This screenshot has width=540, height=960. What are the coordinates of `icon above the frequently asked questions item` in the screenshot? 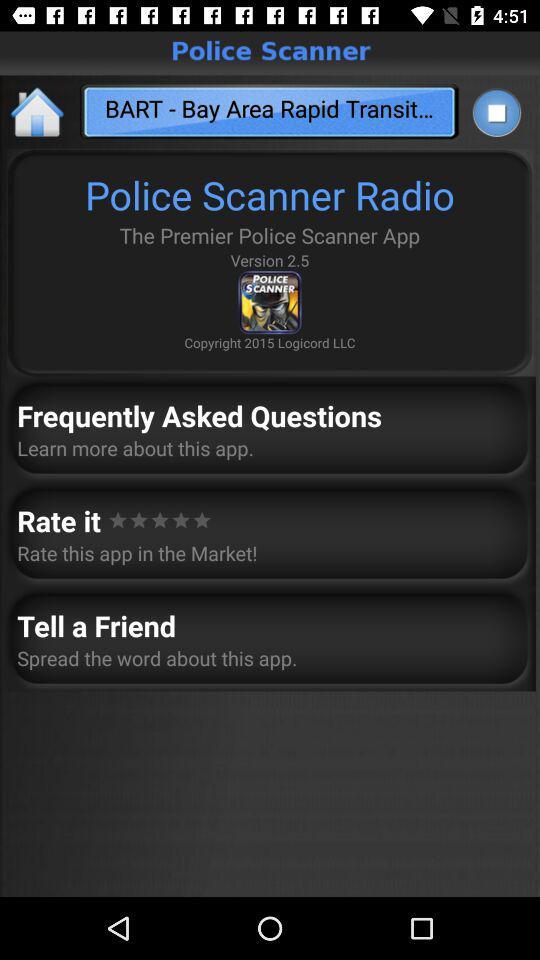 It's located at (38, 111).